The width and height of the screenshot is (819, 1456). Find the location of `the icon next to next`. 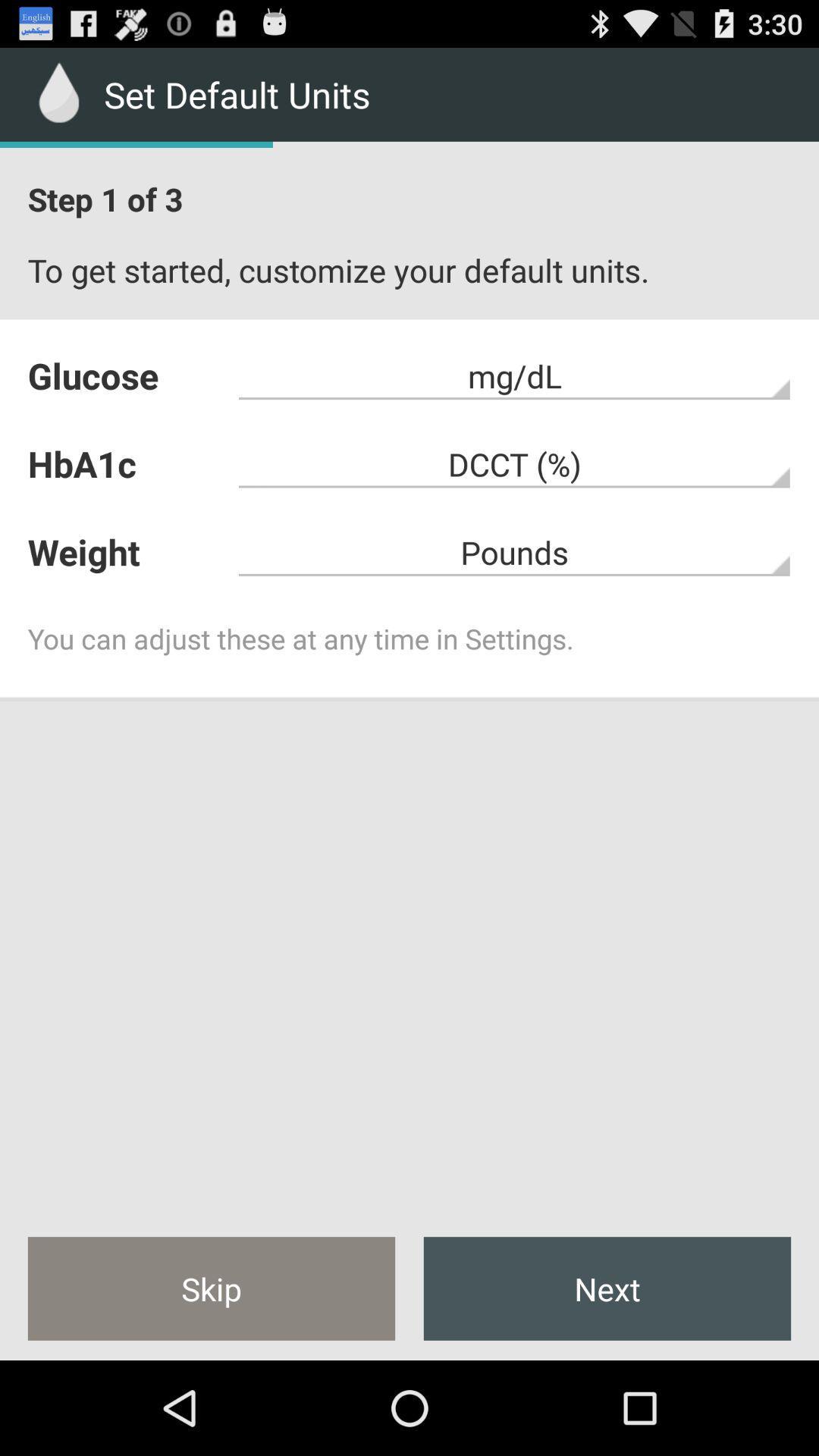

the icon next to next is located at coordinates (211, 1288).